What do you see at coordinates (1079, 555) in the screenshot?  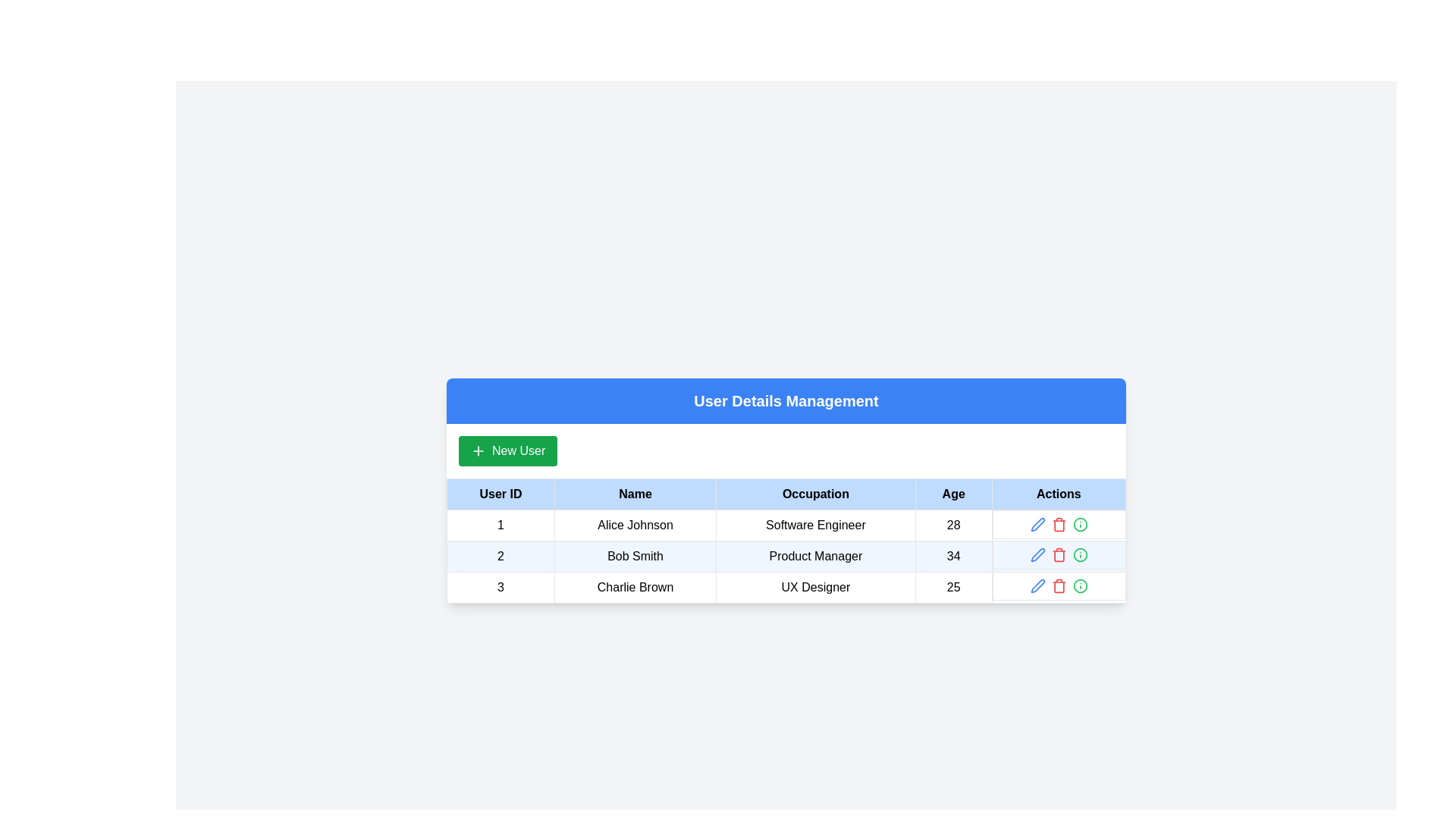 I see `the green-outlined circular tooltip icon located in the 'Actions' column for the 'Product Manager' row to initiate additional interaction` at bounding box center [1079, 555].